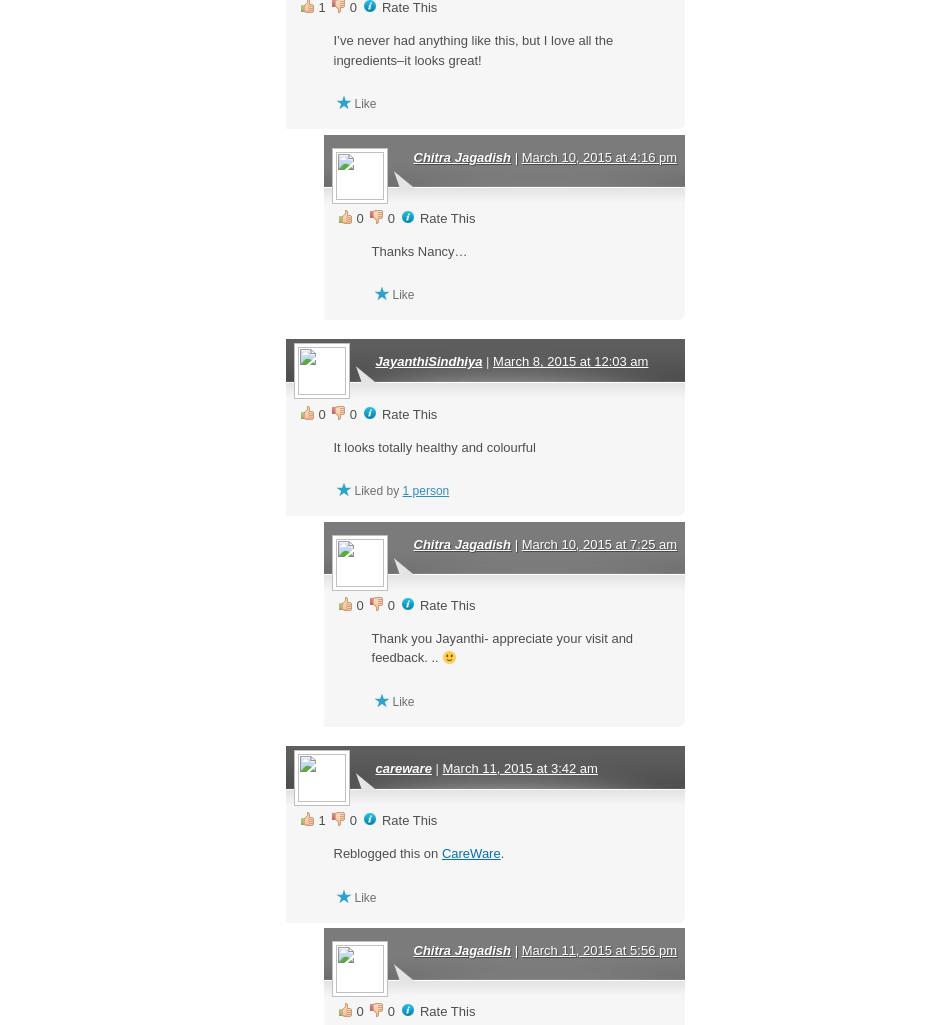  What do you see at coordinates (402, 490) in the screenshot?
I see `'1 person'` at bounding box center [402, 490].